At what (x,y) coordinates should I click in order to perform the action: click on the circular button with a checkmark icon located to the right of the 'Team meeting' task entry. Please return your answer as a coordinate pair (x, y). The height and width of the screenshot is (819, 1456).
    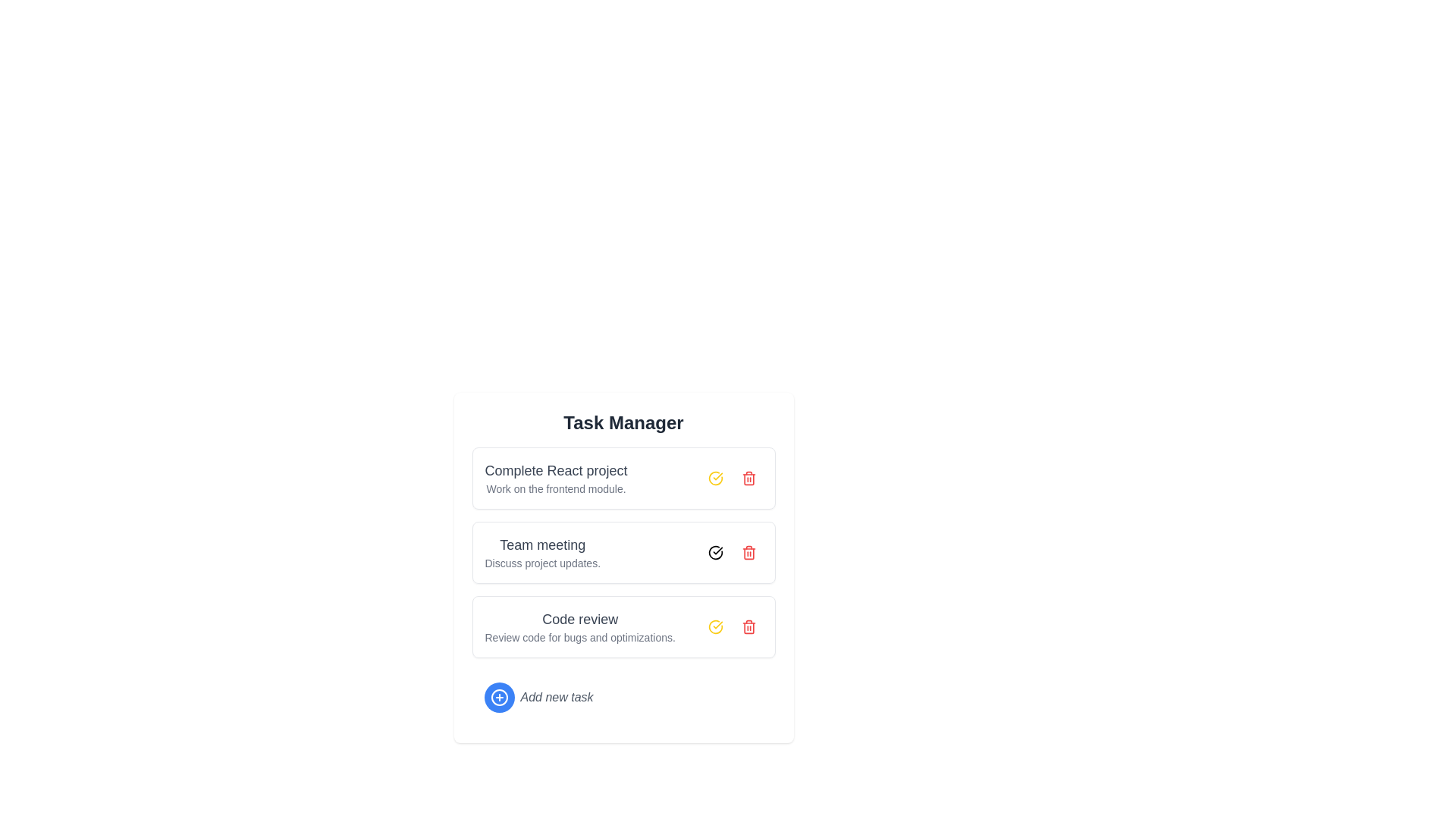
    Looking at the image, I should click on (714, 553).